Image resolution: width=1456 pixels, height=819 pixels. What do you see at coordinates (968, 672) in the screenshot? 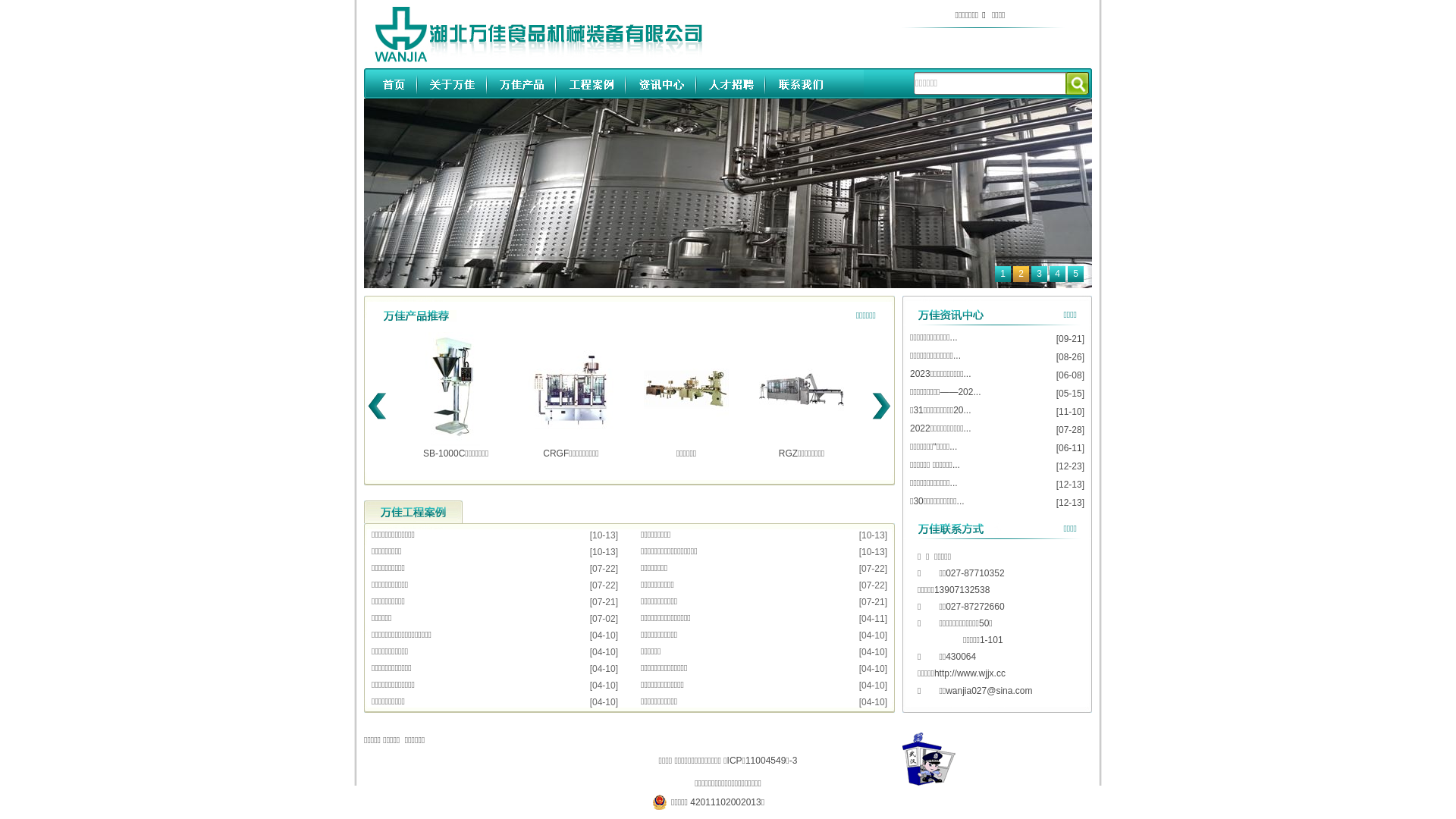
I see `'http://www.wjjx.cc'` at bounding box center [968, 672].